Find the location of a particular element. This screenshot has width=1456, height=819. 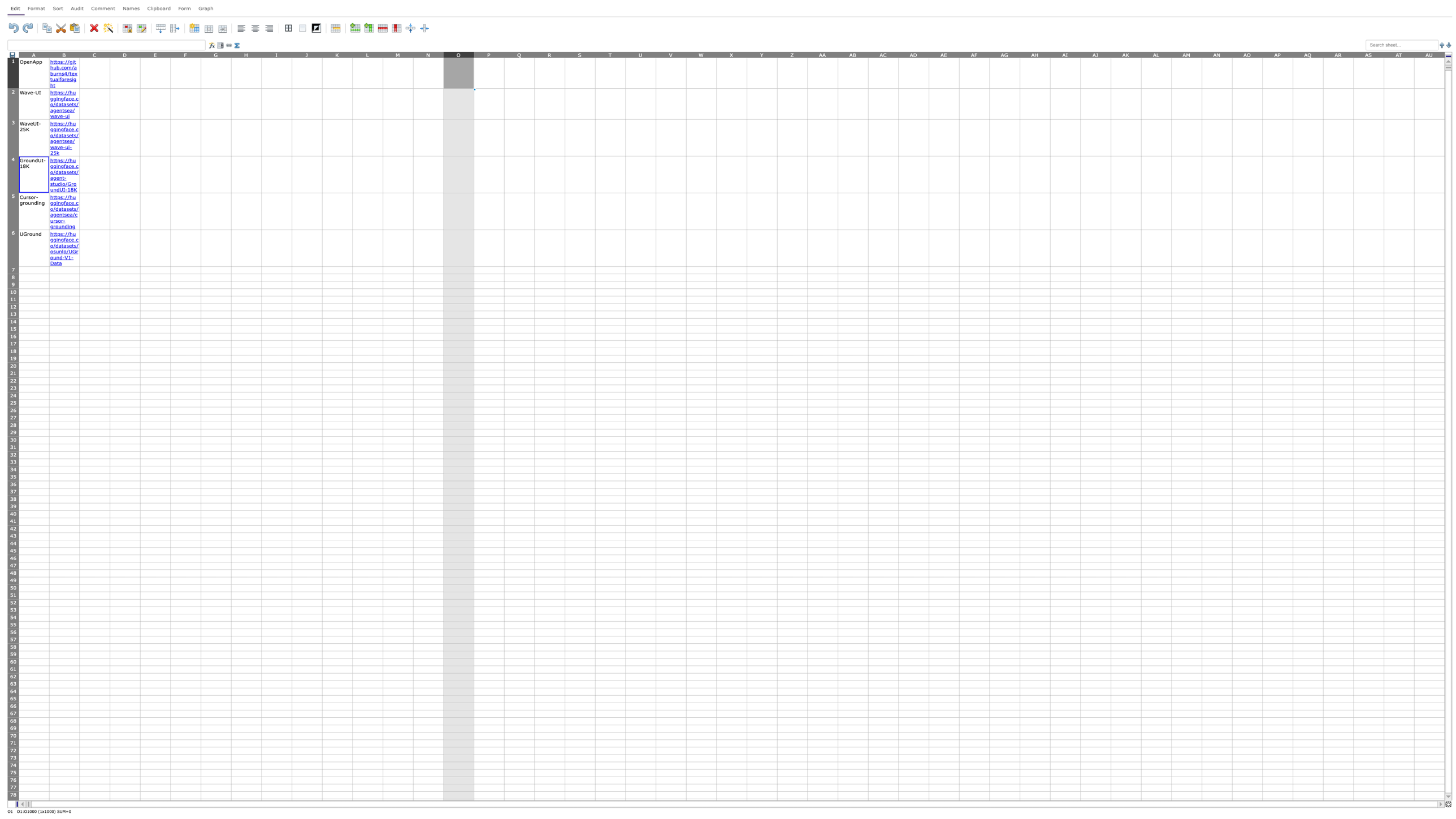

Activate entire column R is located at coordinates (549, 54).